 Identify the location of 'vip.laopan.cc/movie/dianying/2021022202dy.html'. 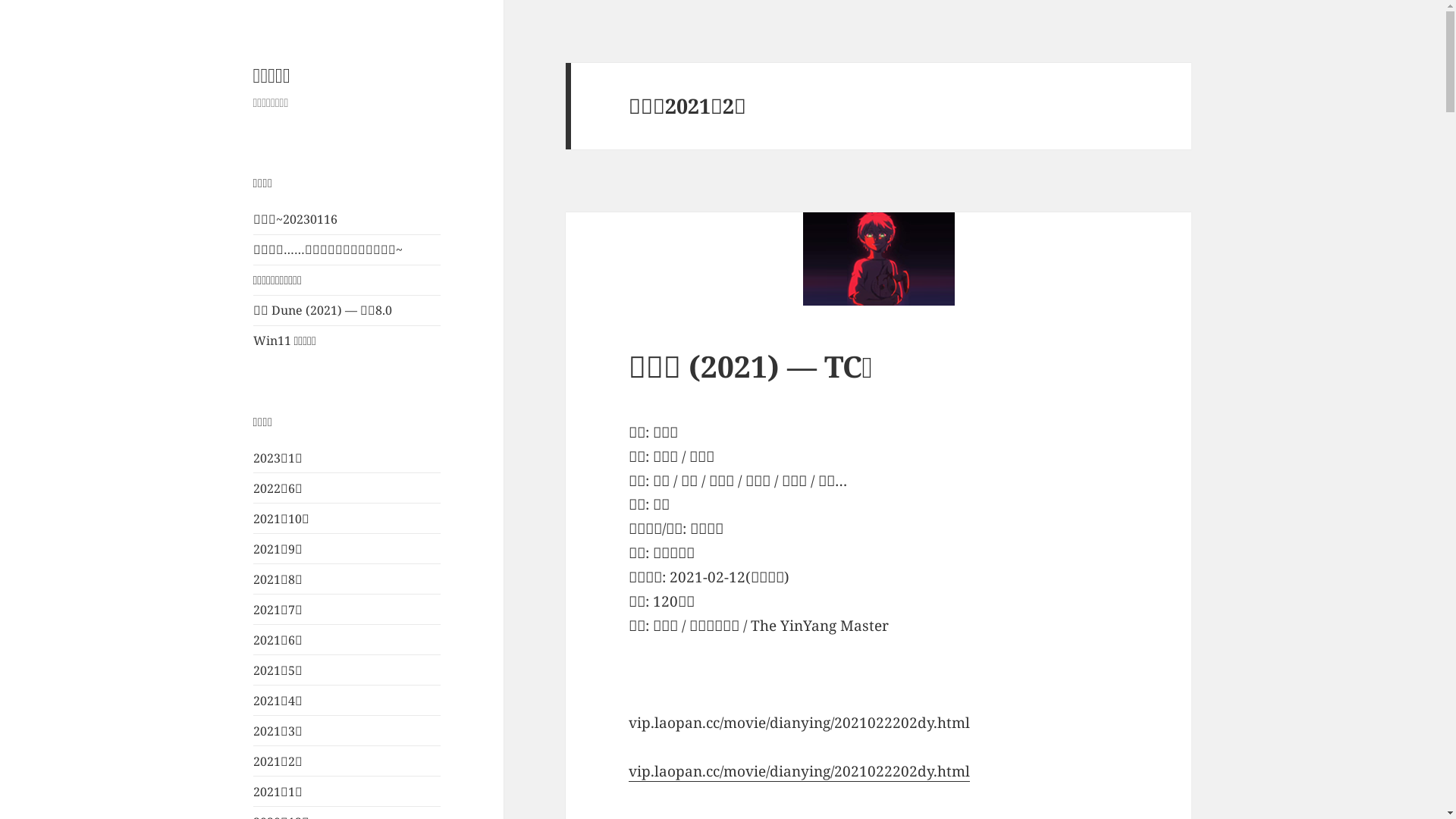
(799, 771).